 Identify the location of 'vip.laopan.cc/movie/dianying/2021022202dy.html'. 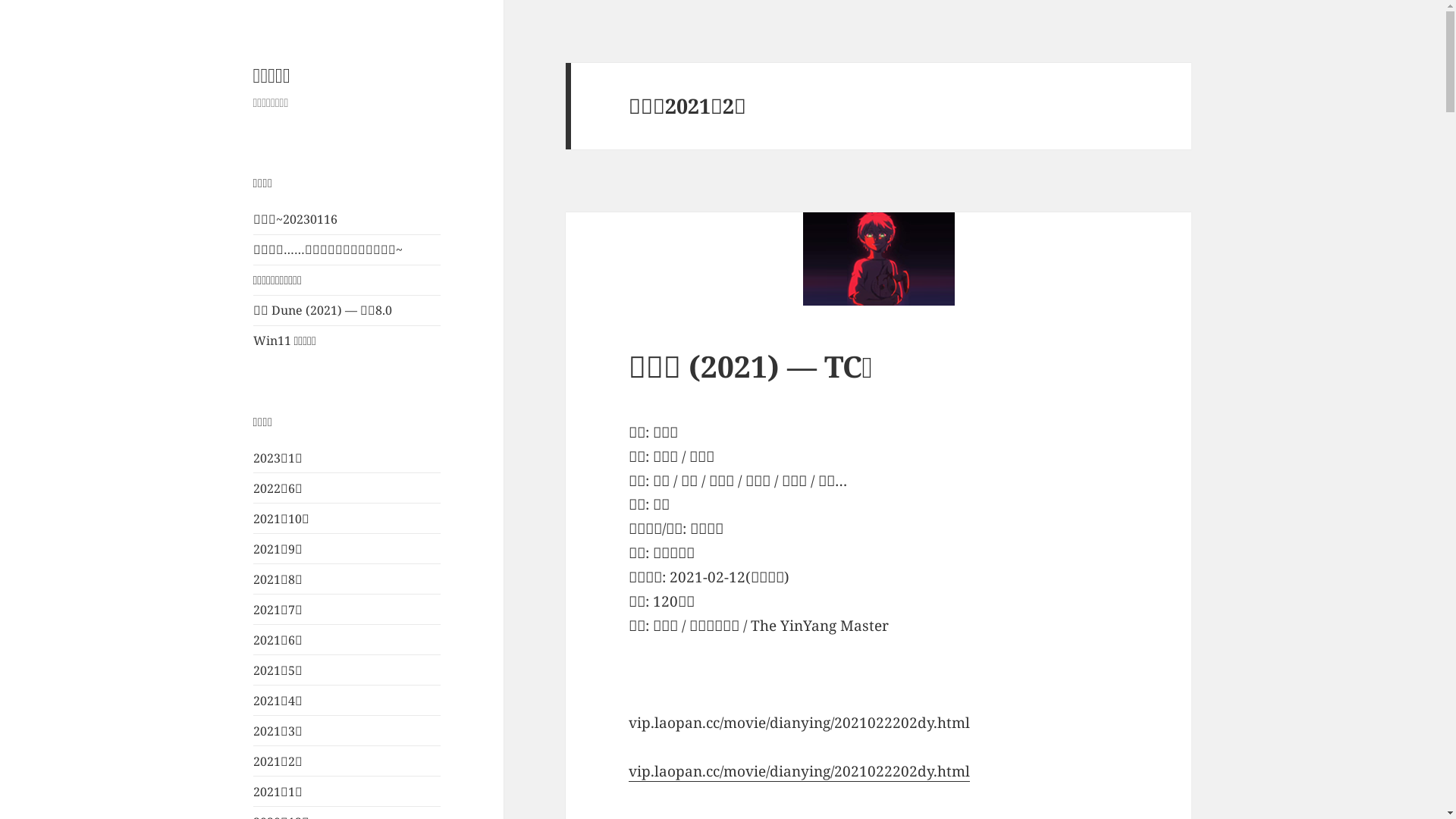
(799, 771).